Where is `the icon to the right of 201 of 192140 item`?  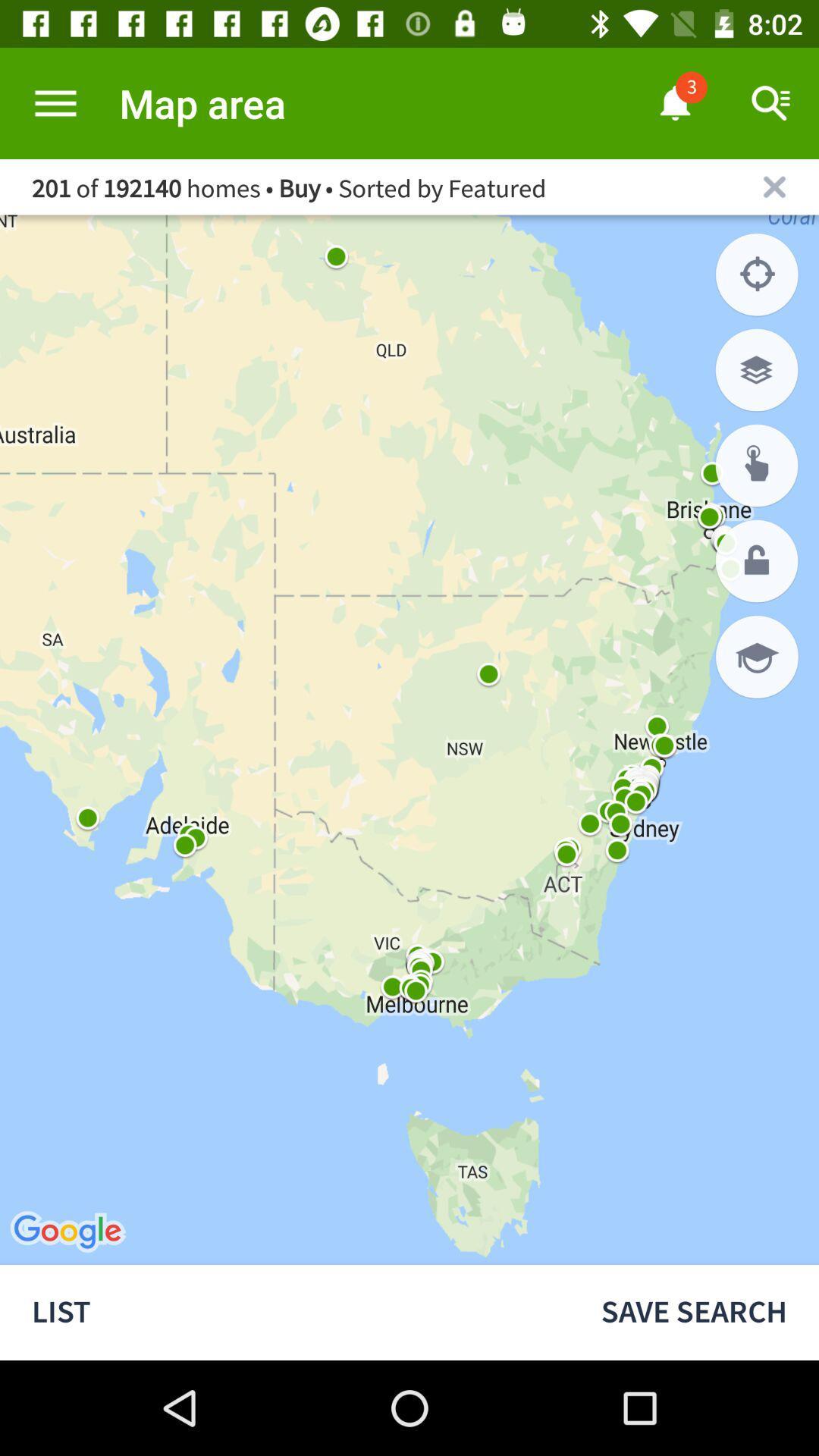 the icon to the right of 201 of 192140 item is located at coordinates (774, 186).